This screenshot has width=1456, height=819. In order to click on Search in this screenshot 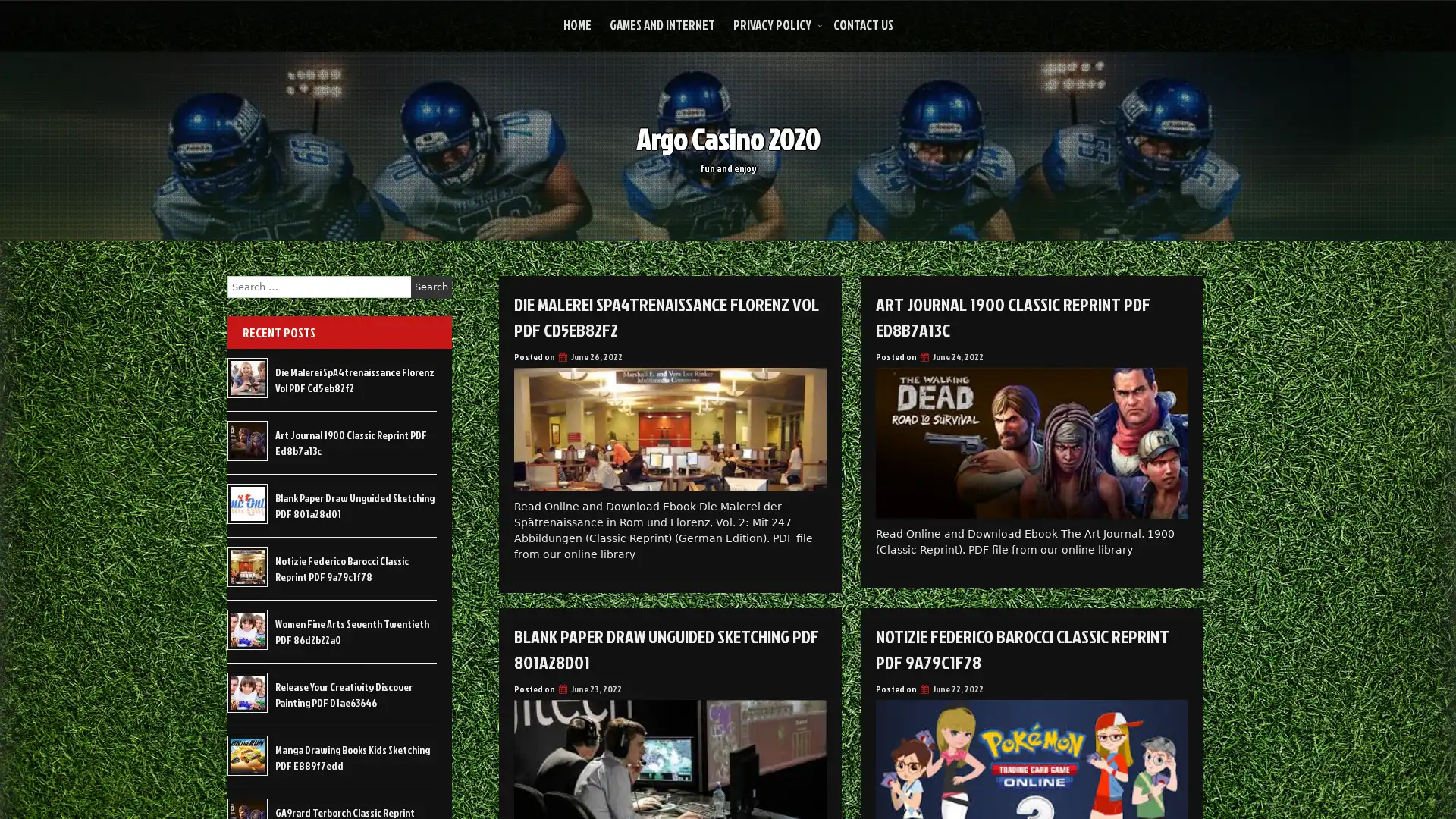, I will do `click(431, 287)`.